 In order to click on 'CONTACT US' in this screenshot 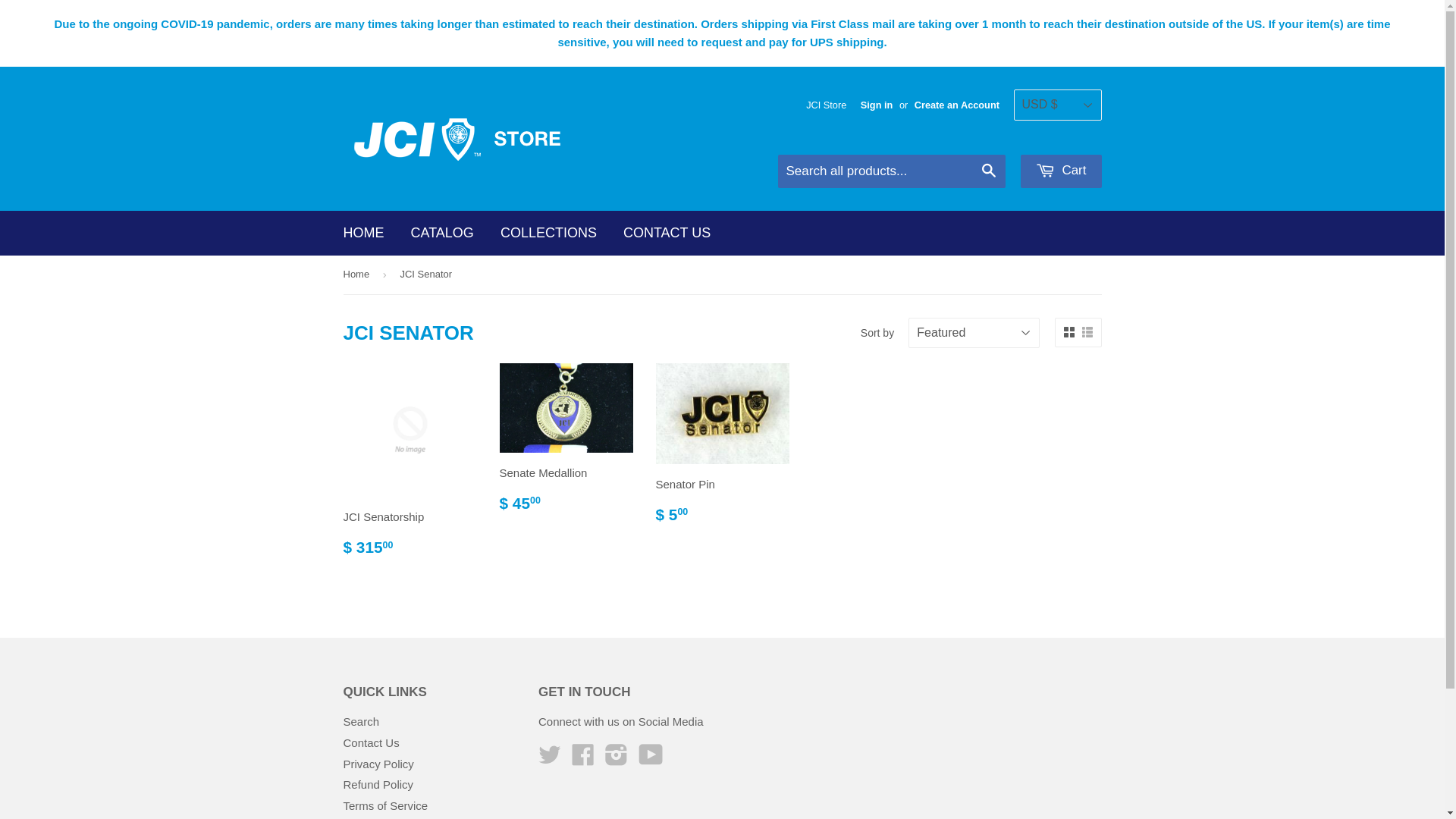, I will do `click(667, 233)`.